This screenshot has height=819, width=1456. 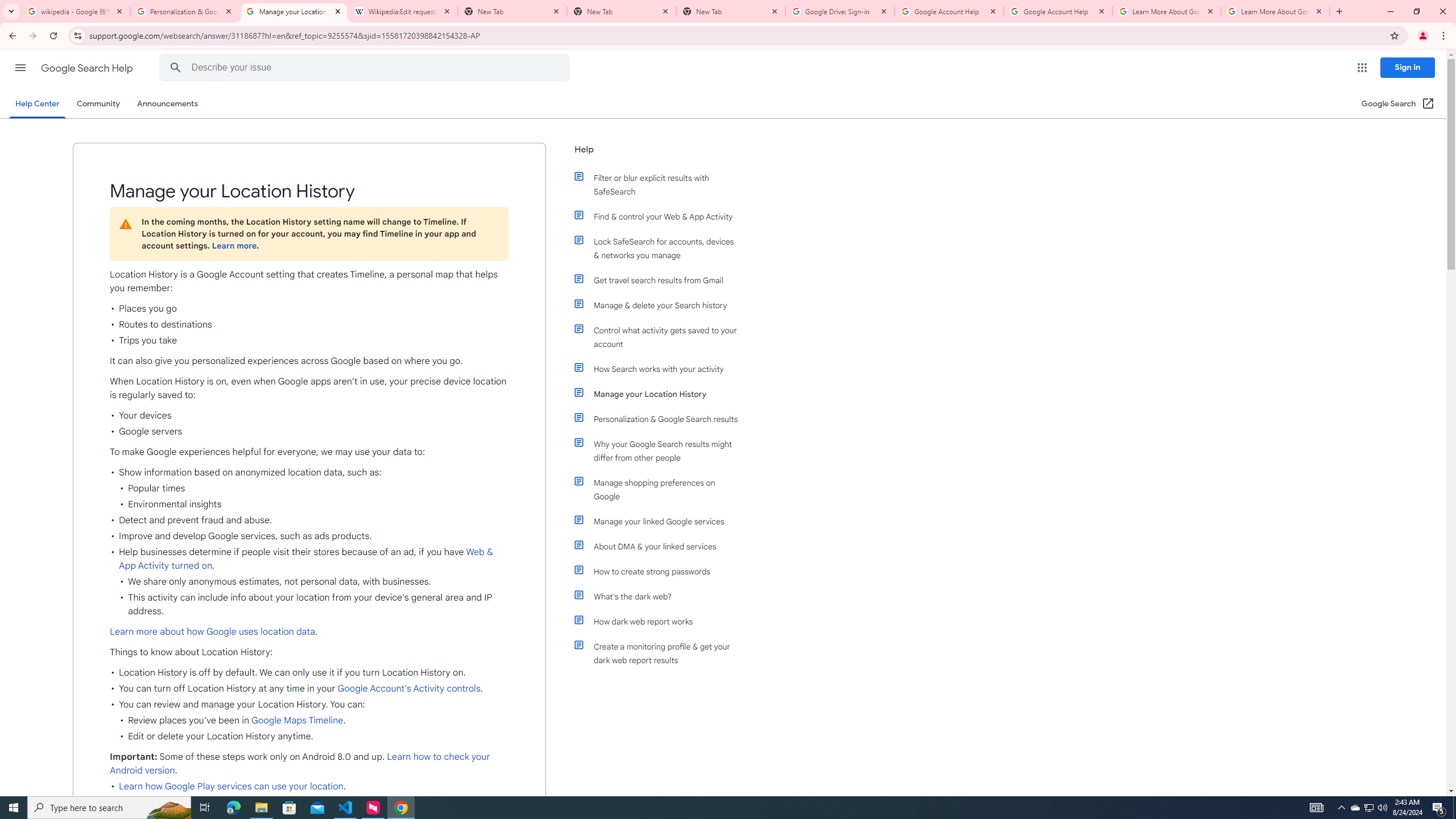 What do you see at coordinates (661, 216) in the screenshot?
I see `'Find & control your Web & App Activity'` at bounding box center [661, 216].